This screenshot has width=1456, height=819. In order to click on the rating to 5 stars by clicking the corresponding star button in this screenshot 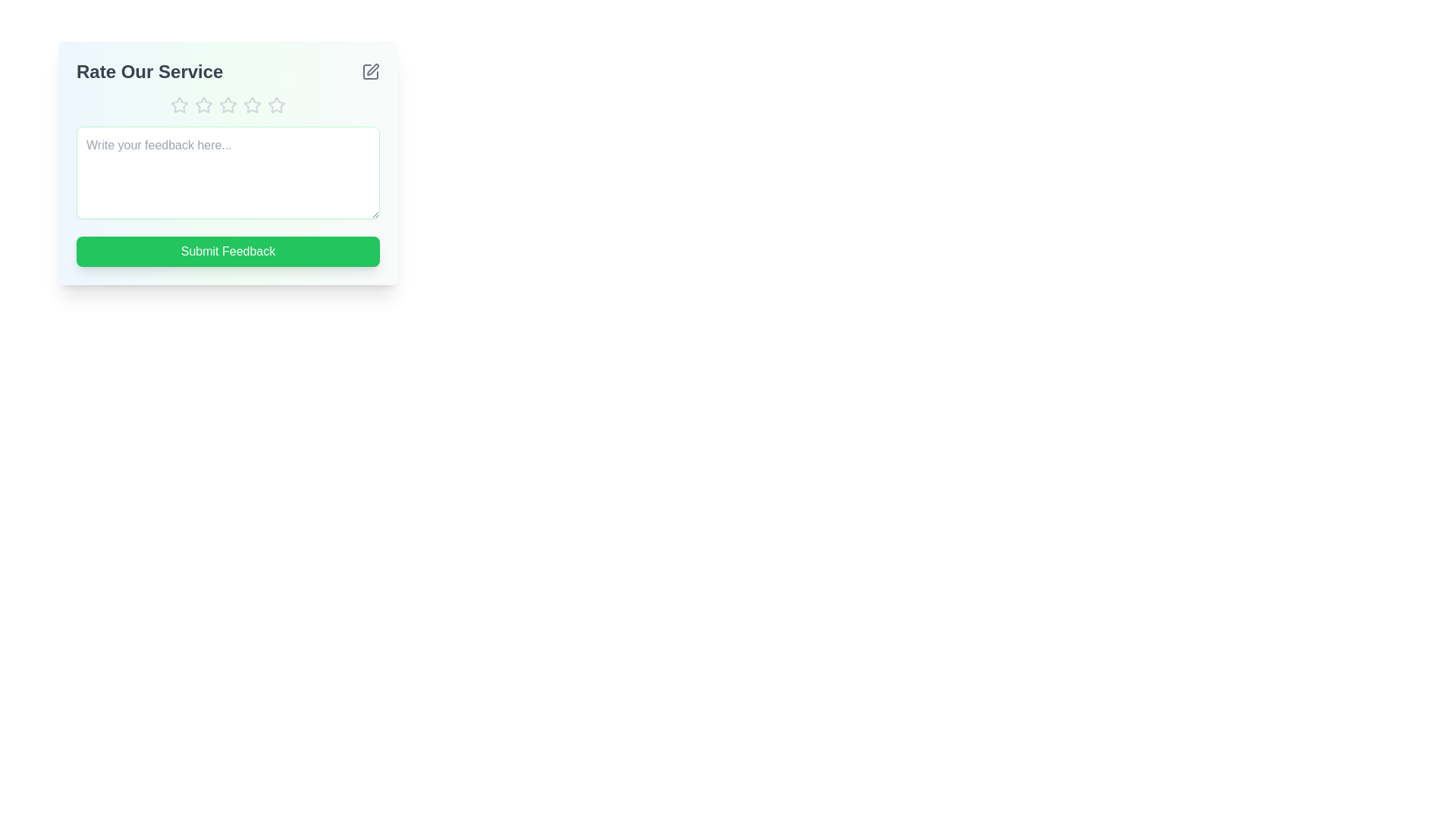, I will do `click(276, 104)`.